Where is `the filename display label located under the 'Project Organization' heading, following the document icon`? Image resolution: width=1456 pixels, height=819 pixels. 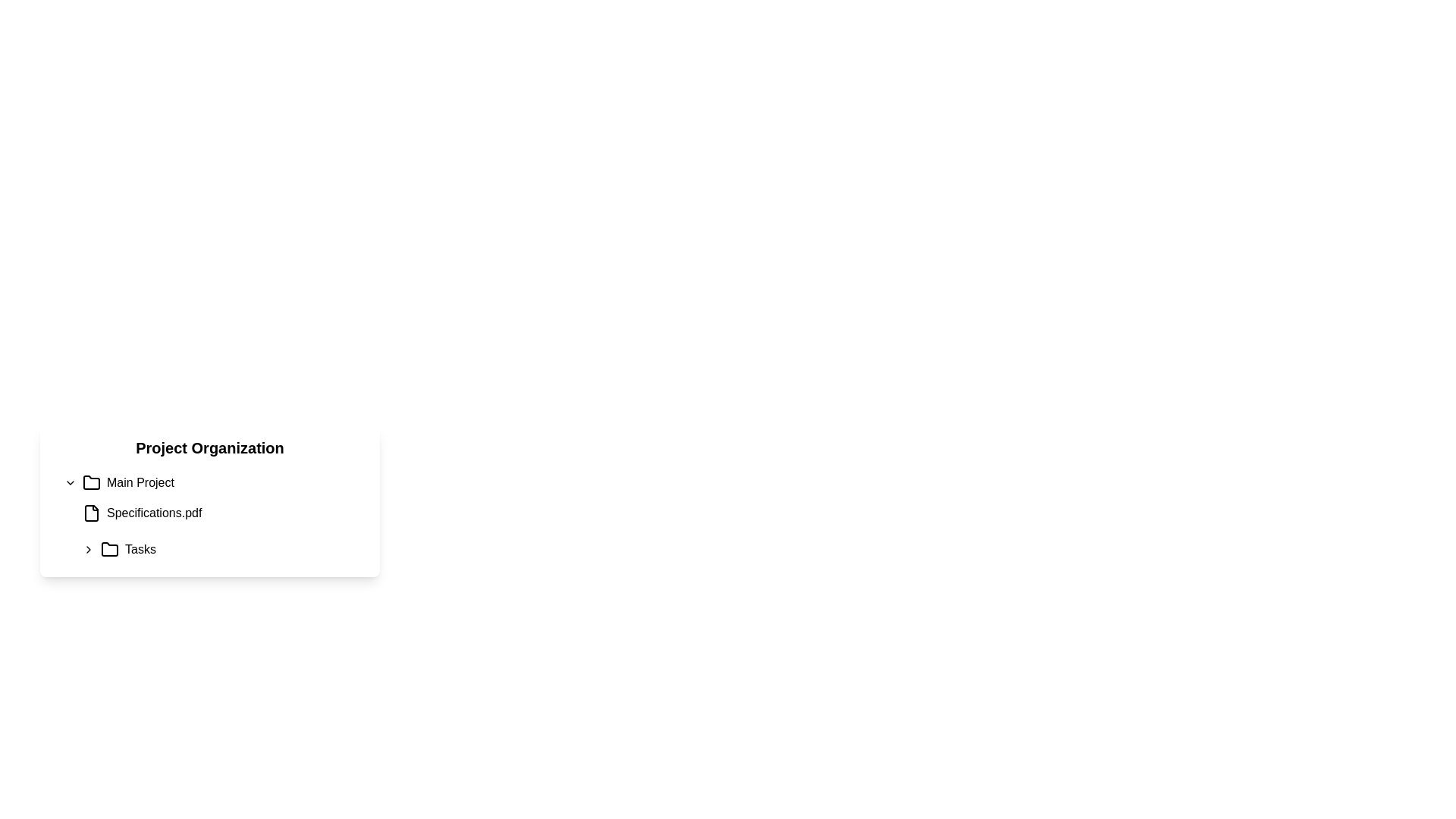
the filename display label located under the 'Project Organization' heading, following the document icon is located at coordinates (154, 513).